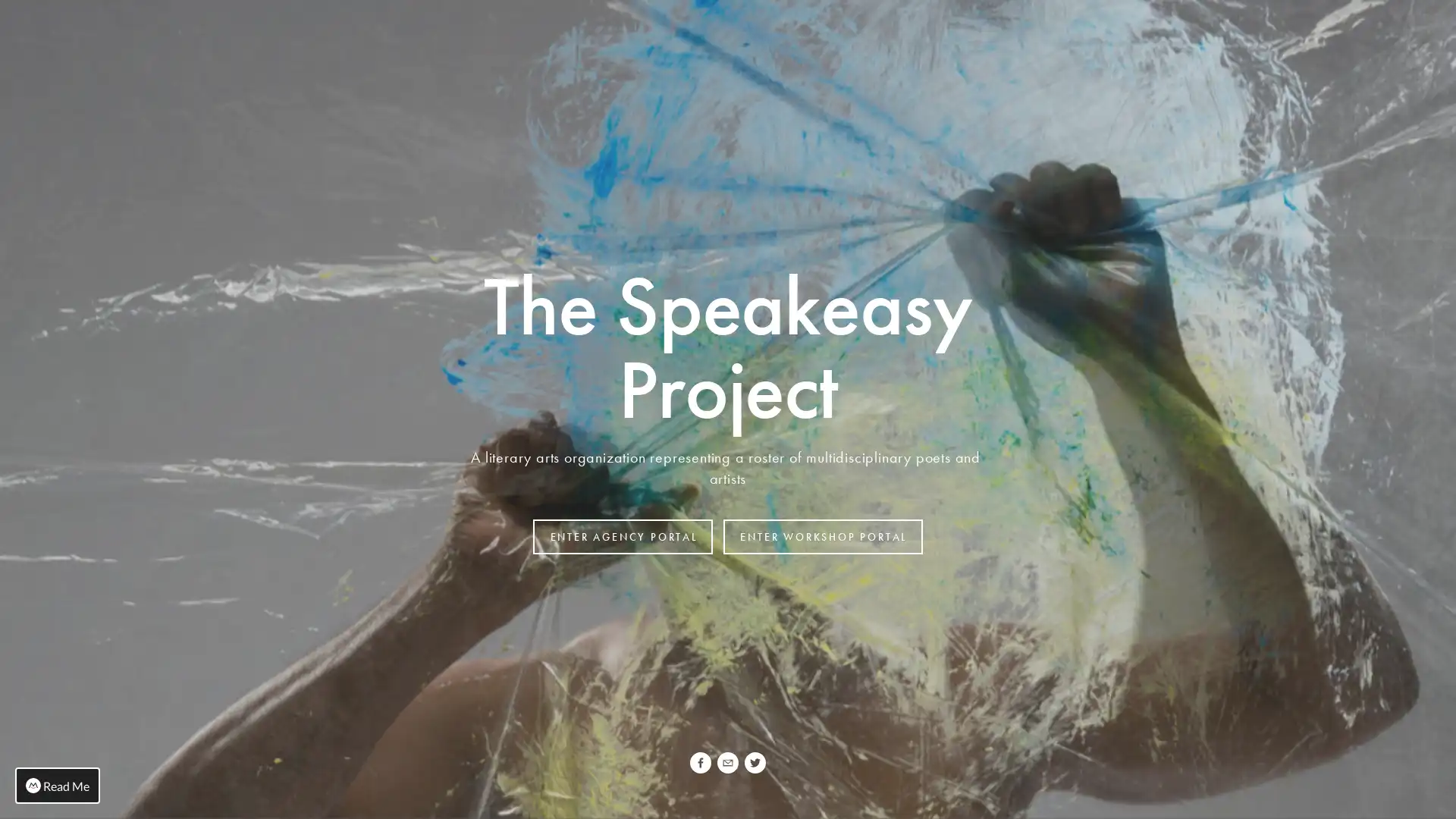  I want to click on Read Me, so click(58, 785).